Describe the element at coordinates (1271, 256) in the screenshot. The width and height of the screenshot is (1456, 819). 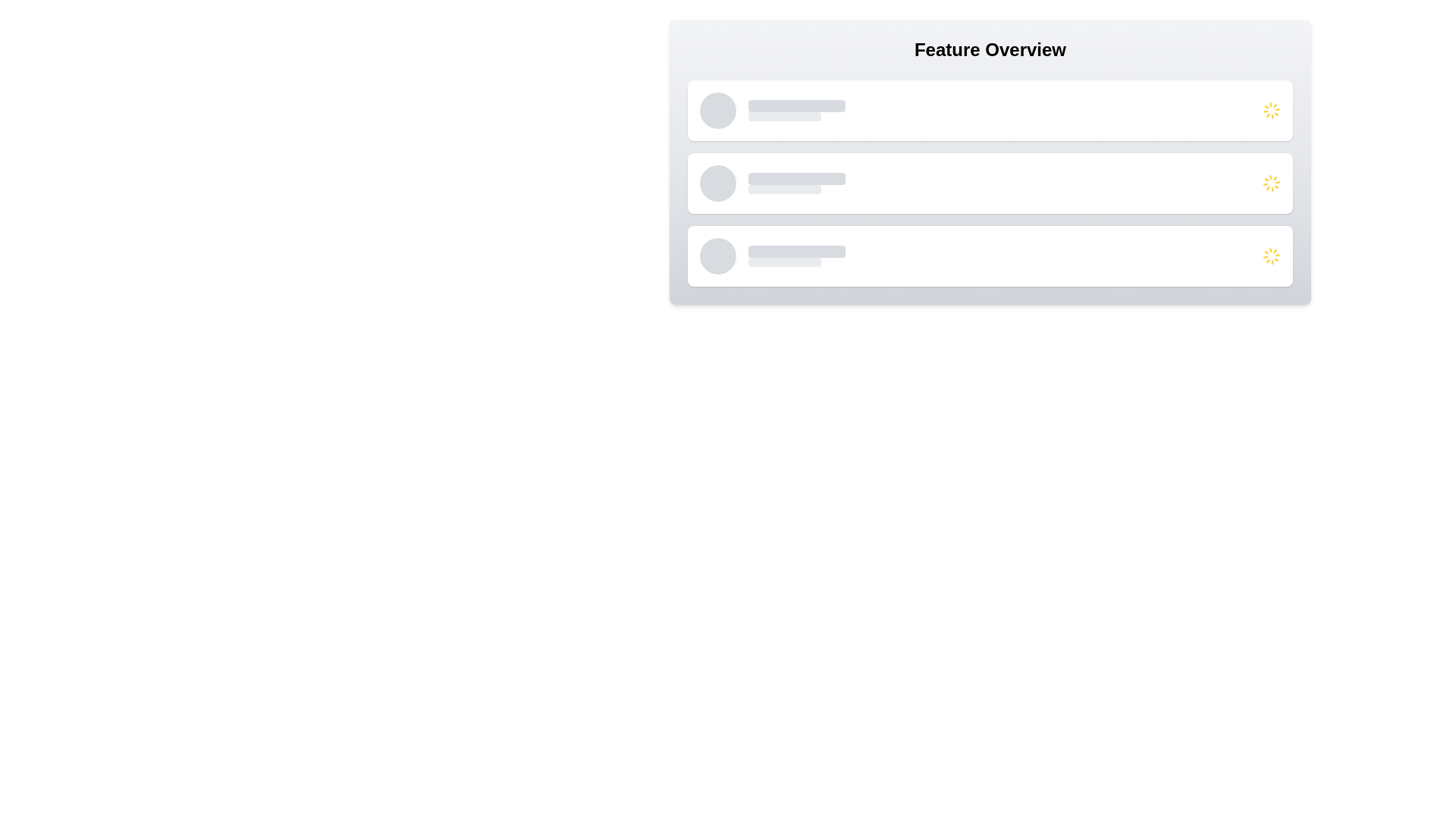
I see `the spinning motion of the loader icon located on the right side of the third card in the vertical list of cards` at that location.